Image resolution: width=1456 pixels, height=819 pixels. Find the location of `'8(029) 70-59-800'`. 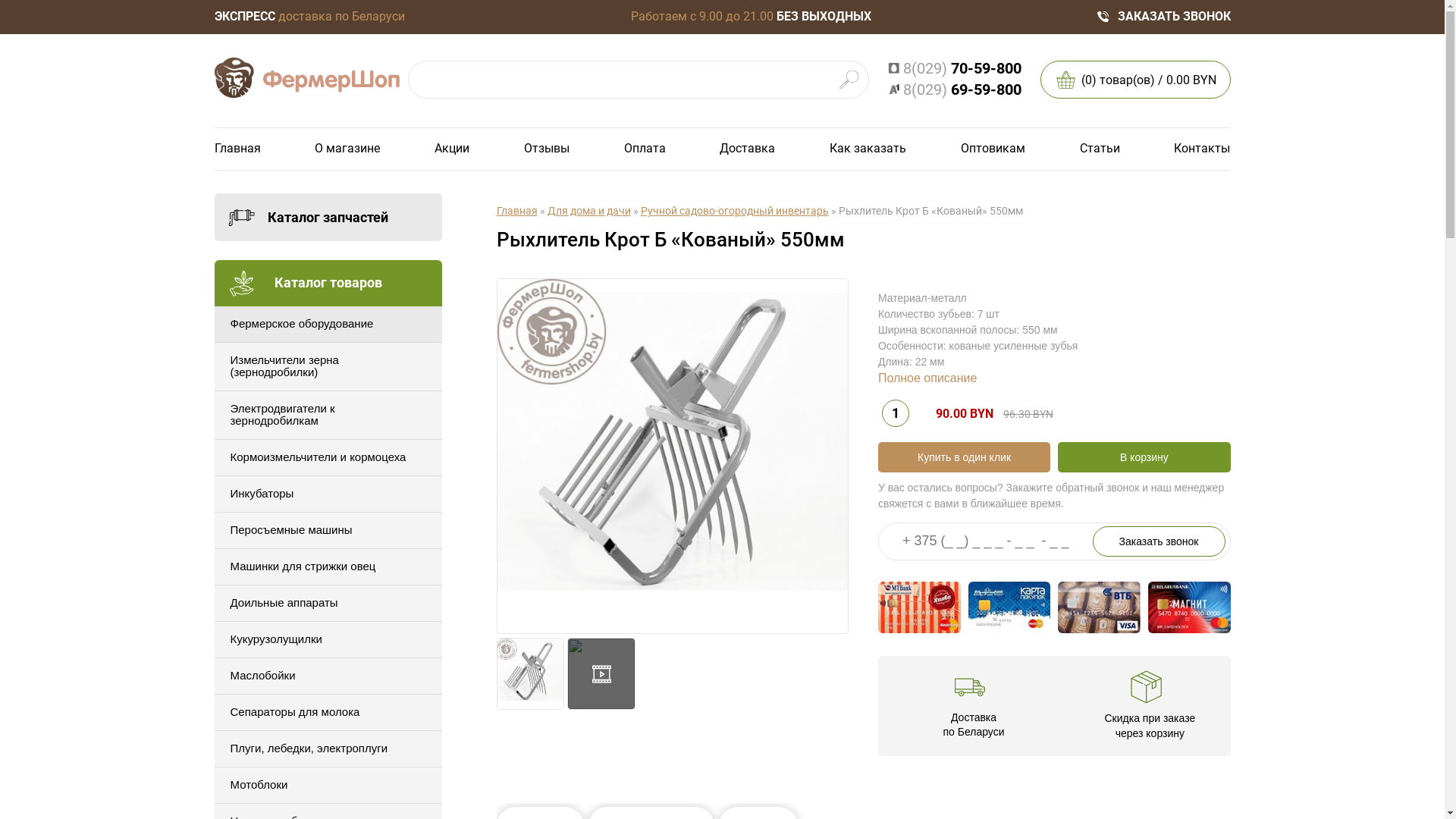

'8(029) 70-59-800' is located at coordinates (952, 68).